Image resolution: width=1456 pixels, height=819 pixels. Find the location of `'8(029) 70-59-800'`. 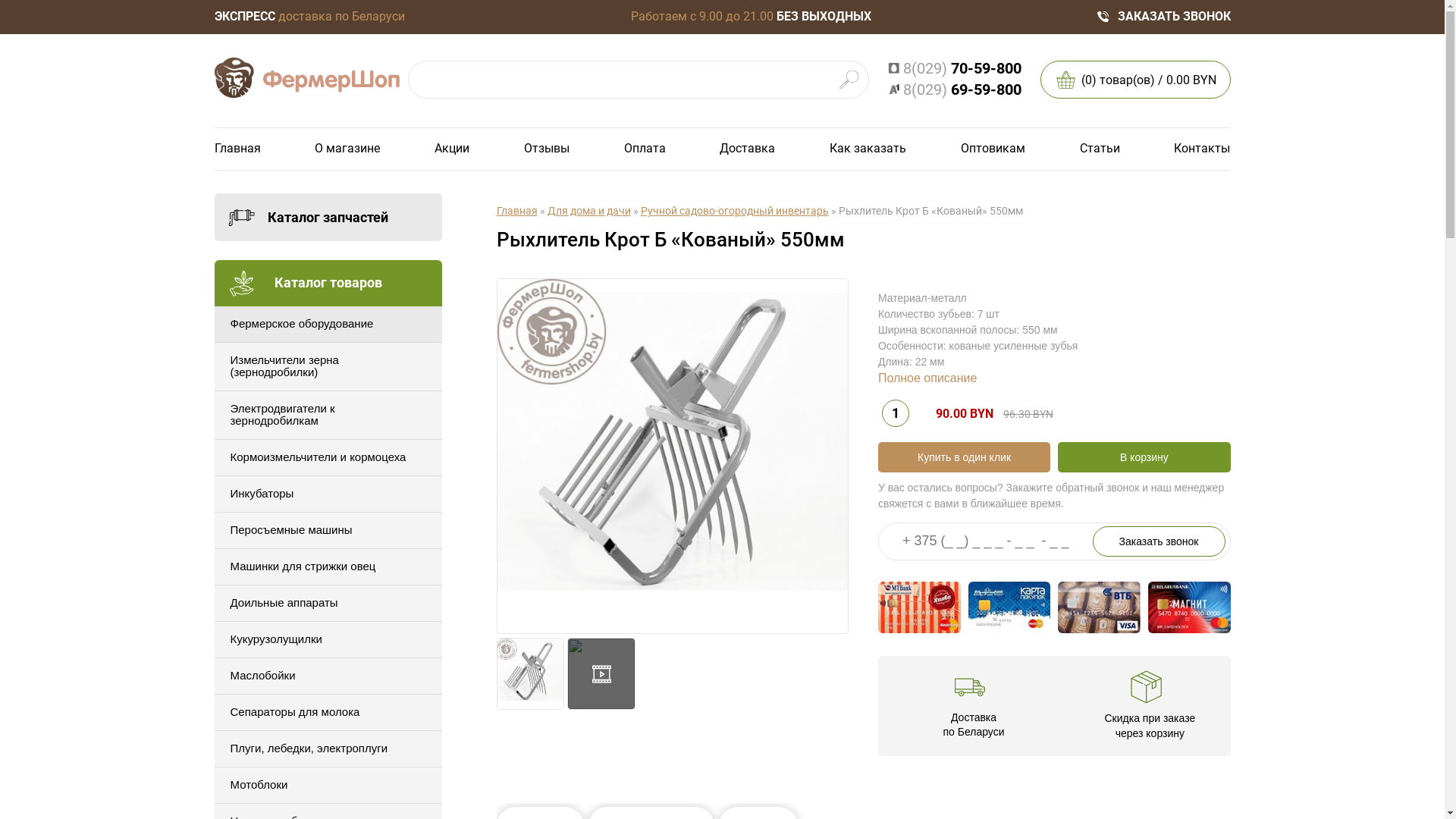

'8(029) 70-59-800' is located at coordinates (952, 68).